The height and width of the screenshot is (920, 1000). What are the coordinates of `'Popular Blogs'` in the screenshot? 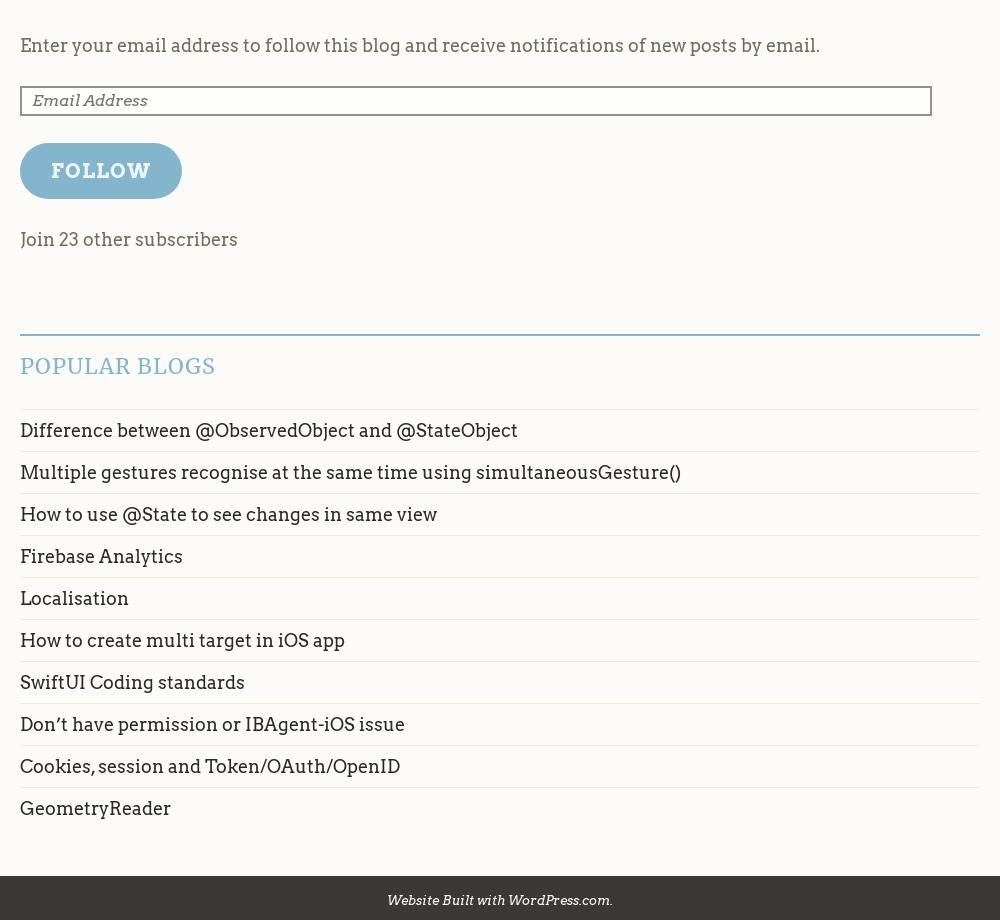 It's located at (117, 364).